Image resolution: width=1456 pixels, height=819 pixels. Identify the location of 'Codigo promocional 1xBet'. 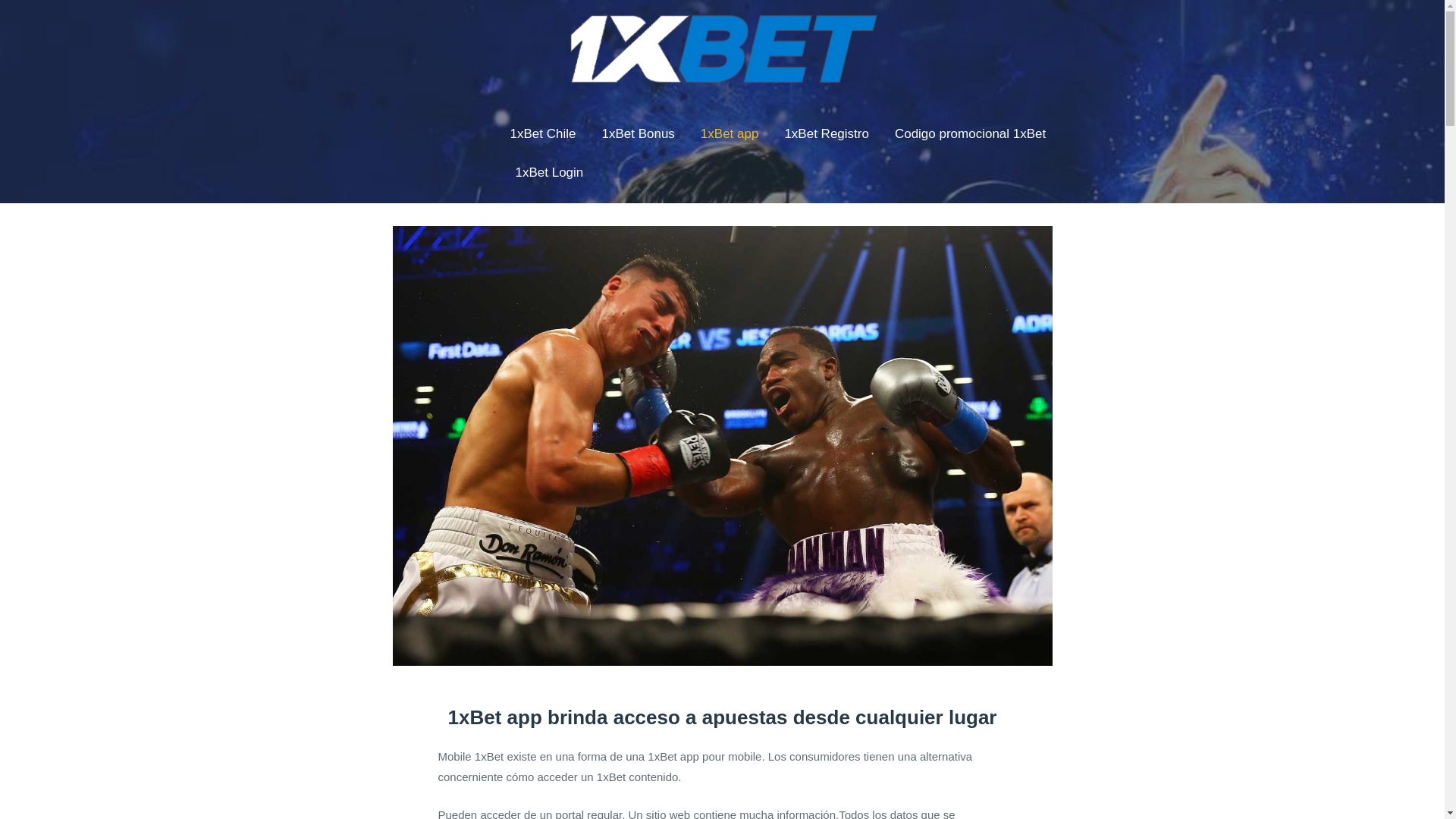
(889, 133).